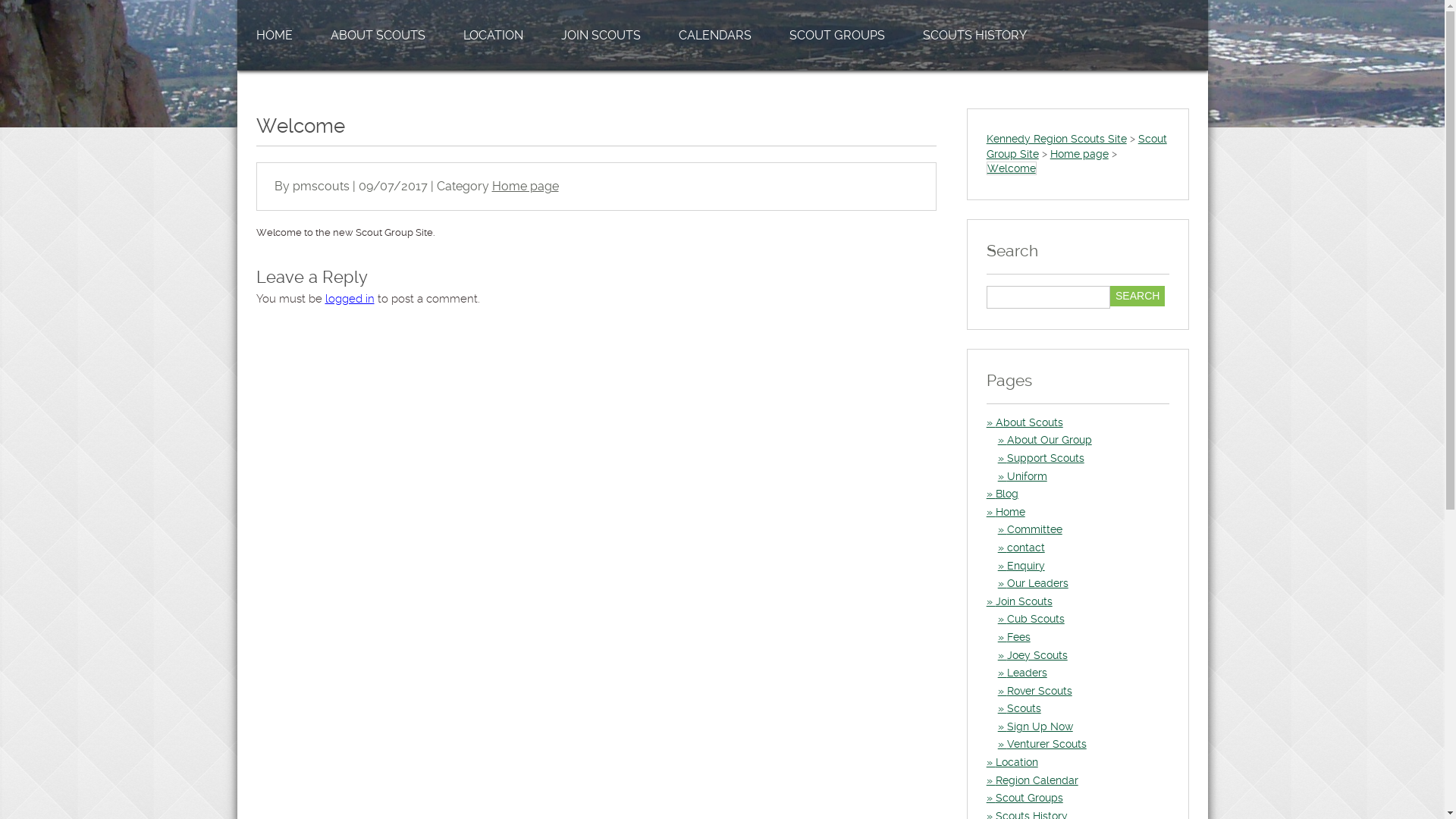  What do you see at coordinates (1031, 780) in the screenshot?
I see `'Region Calendar'` at bounding box center [1031, 780].